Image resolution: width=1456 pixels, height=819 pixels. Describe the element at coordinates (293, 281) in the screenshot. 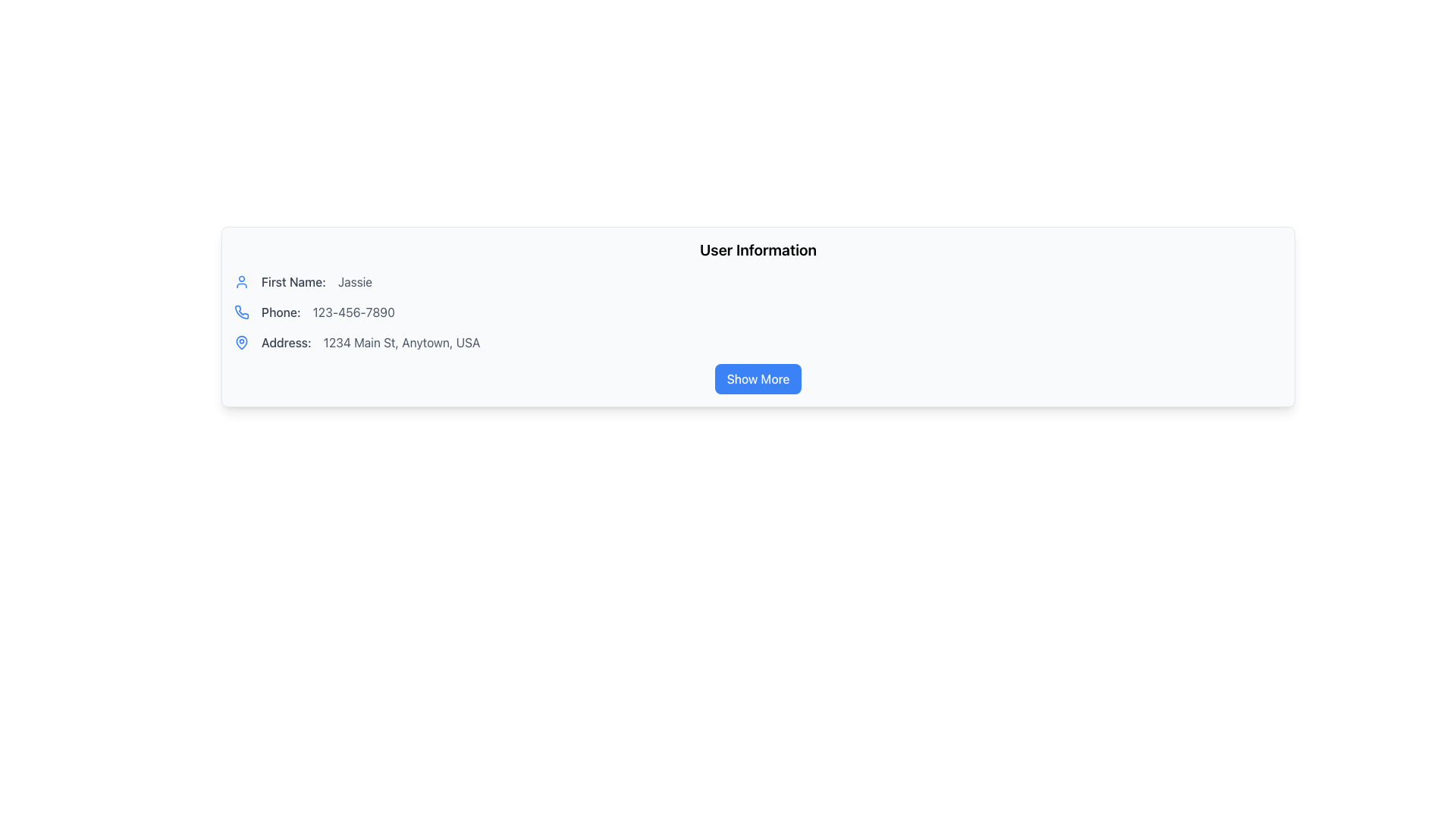

I see `the Text Label that indicates the user's first name, located to the right of the user icon and at the top of the user information section` at that location.